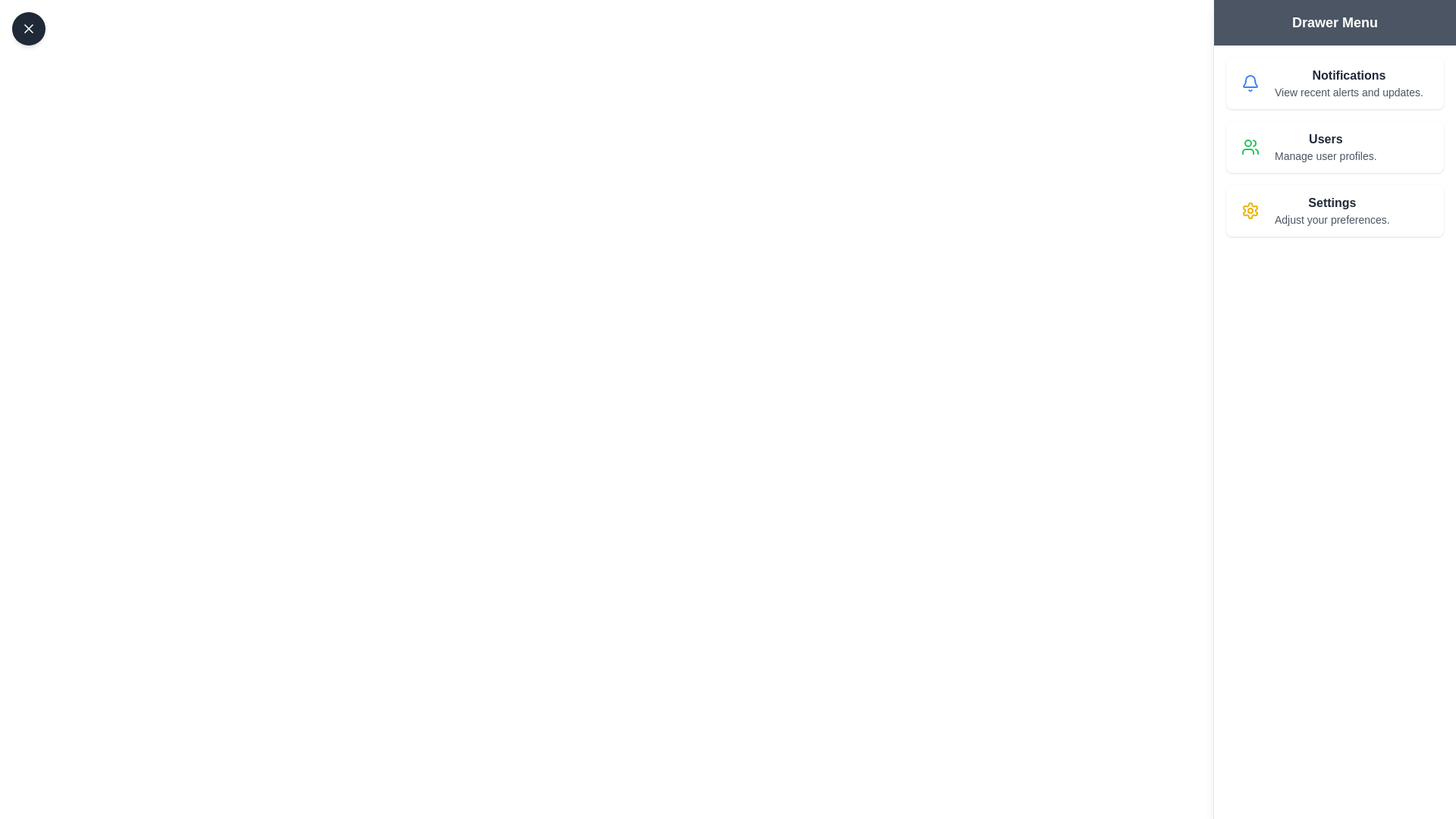 Image resolution: width=1456 pixels, height=819 pixels. I want to click on the toggle button in the top-left corner to toggle the drawer's visibility, so click(29, 29).